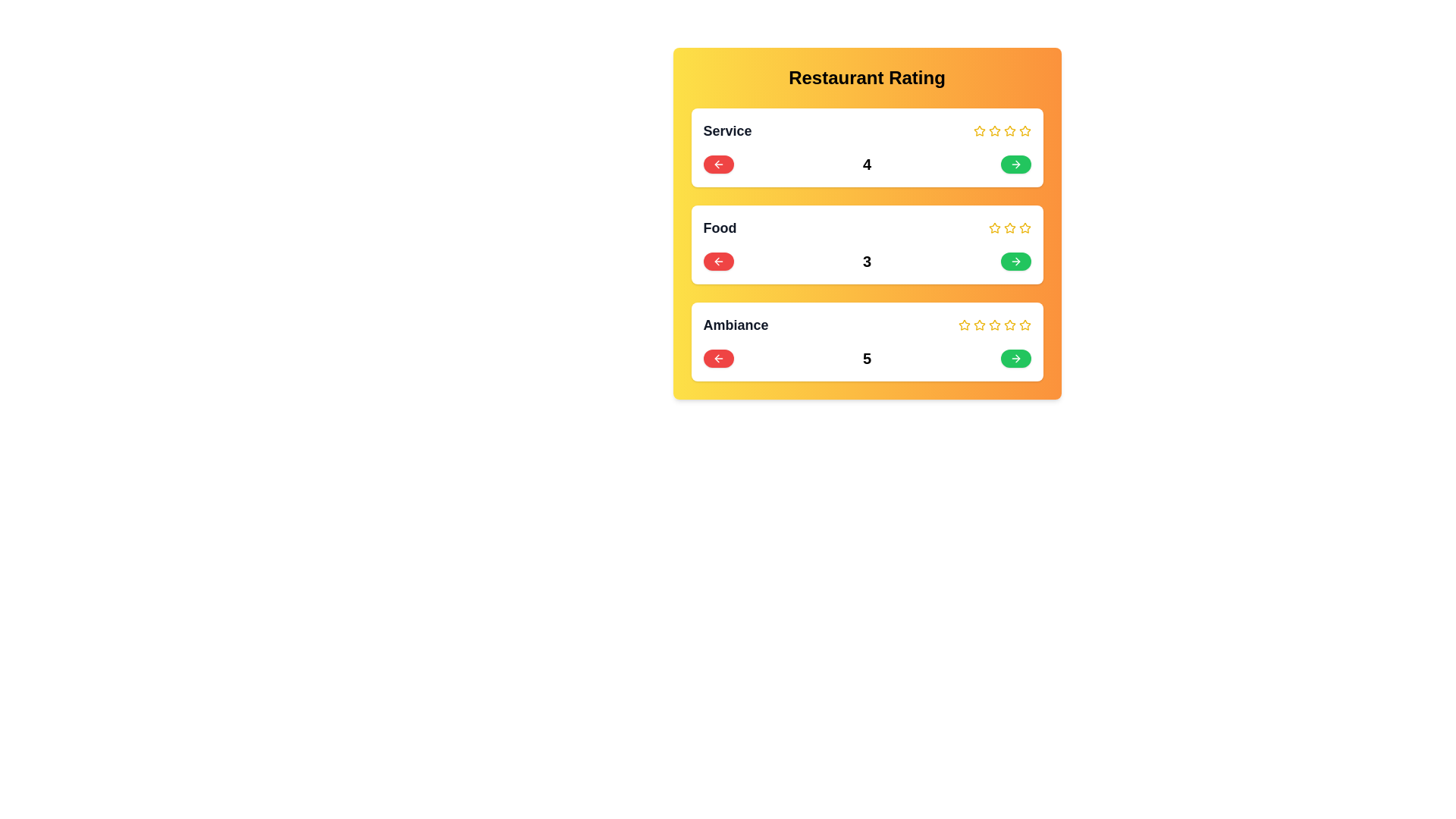 The width and height of the screenshot is (1456, 819). What do you see at coordinates (719, 227) in the screenshot?
I see `'Food' text label, which is a bold, medium-large black font located in the top-left part of the second card from the top, within a card layout with a gradient orange background` at bounding box center [719, 227].